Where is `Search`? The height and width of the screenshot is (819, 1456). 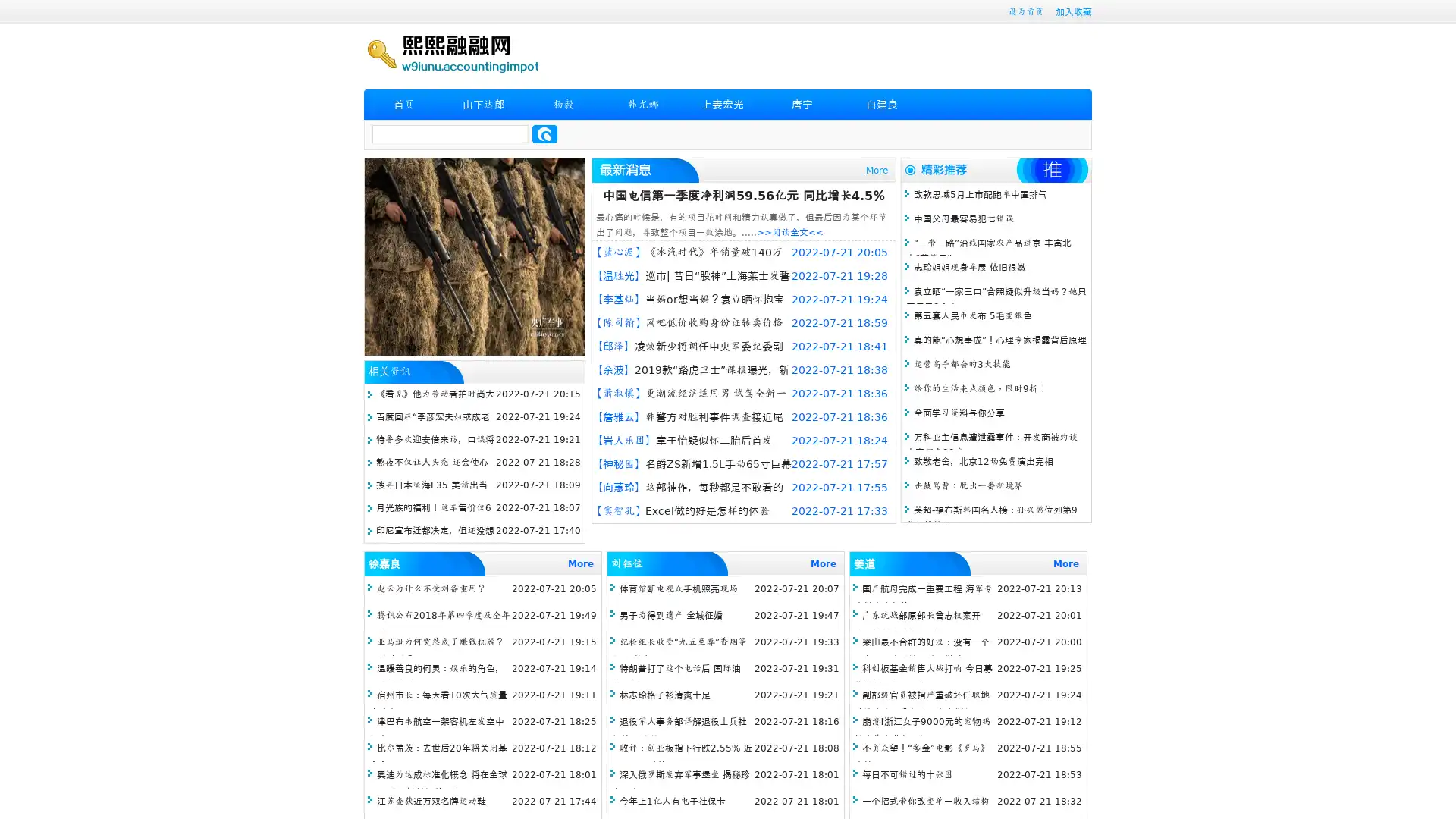 Search is located at coordinates (544, 133).